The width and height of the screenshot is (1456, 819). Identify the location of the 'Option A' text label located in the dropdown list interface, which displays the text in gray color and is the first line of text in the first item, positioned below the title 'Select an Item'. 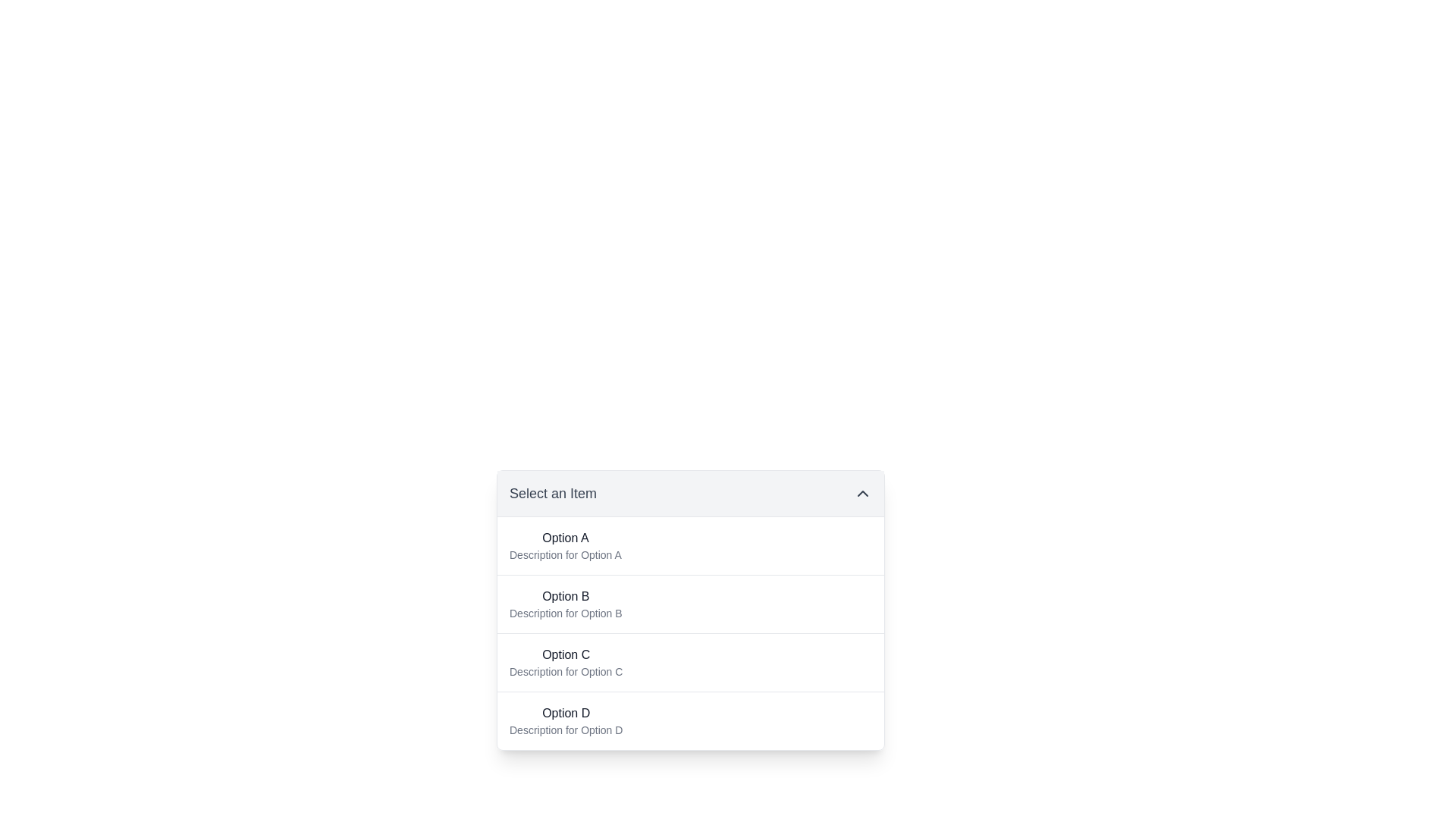
(564, 537).